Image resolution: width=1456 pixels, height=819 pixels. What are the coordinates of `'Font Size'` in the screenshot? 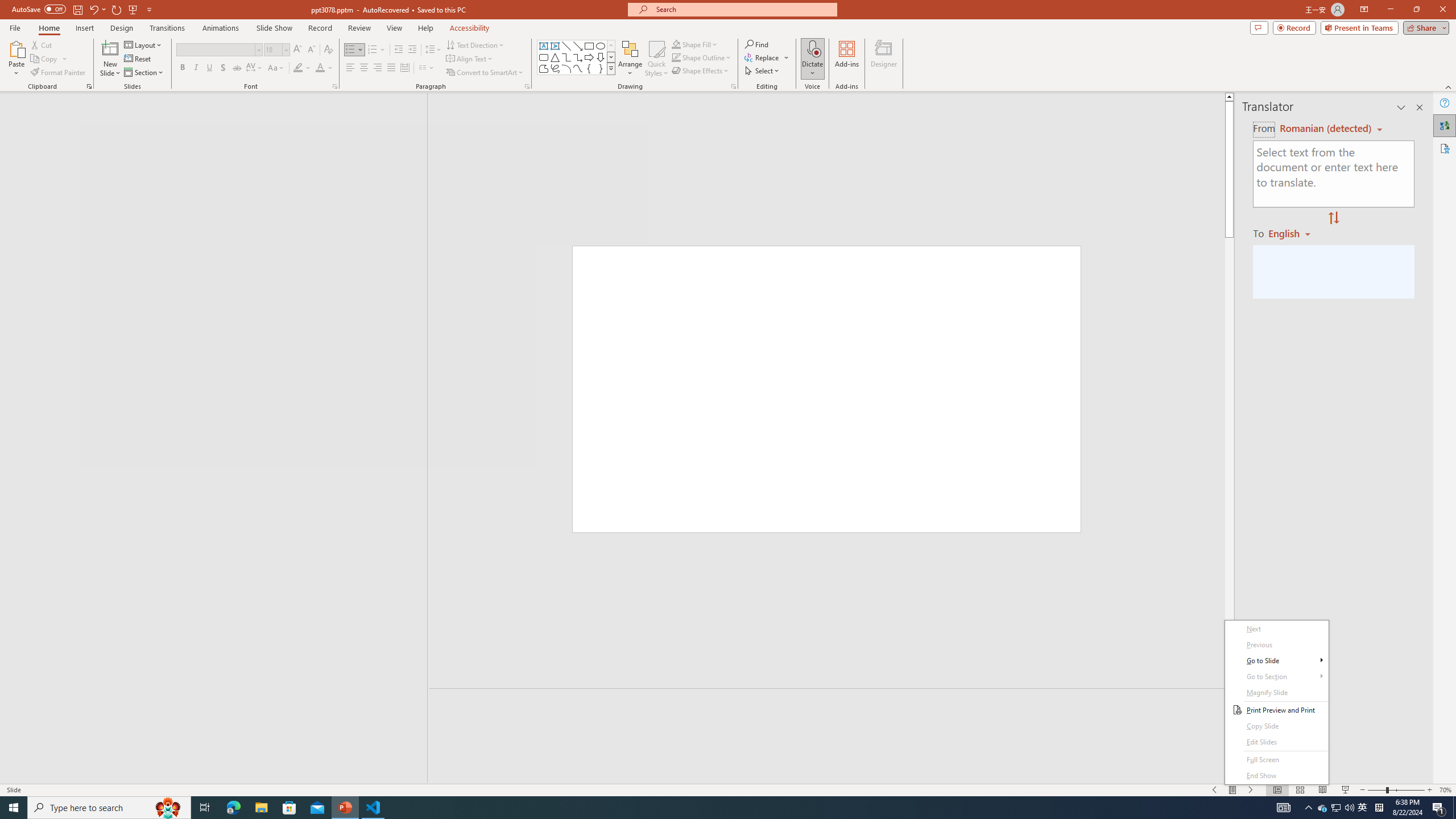 It's located at (276, 49).